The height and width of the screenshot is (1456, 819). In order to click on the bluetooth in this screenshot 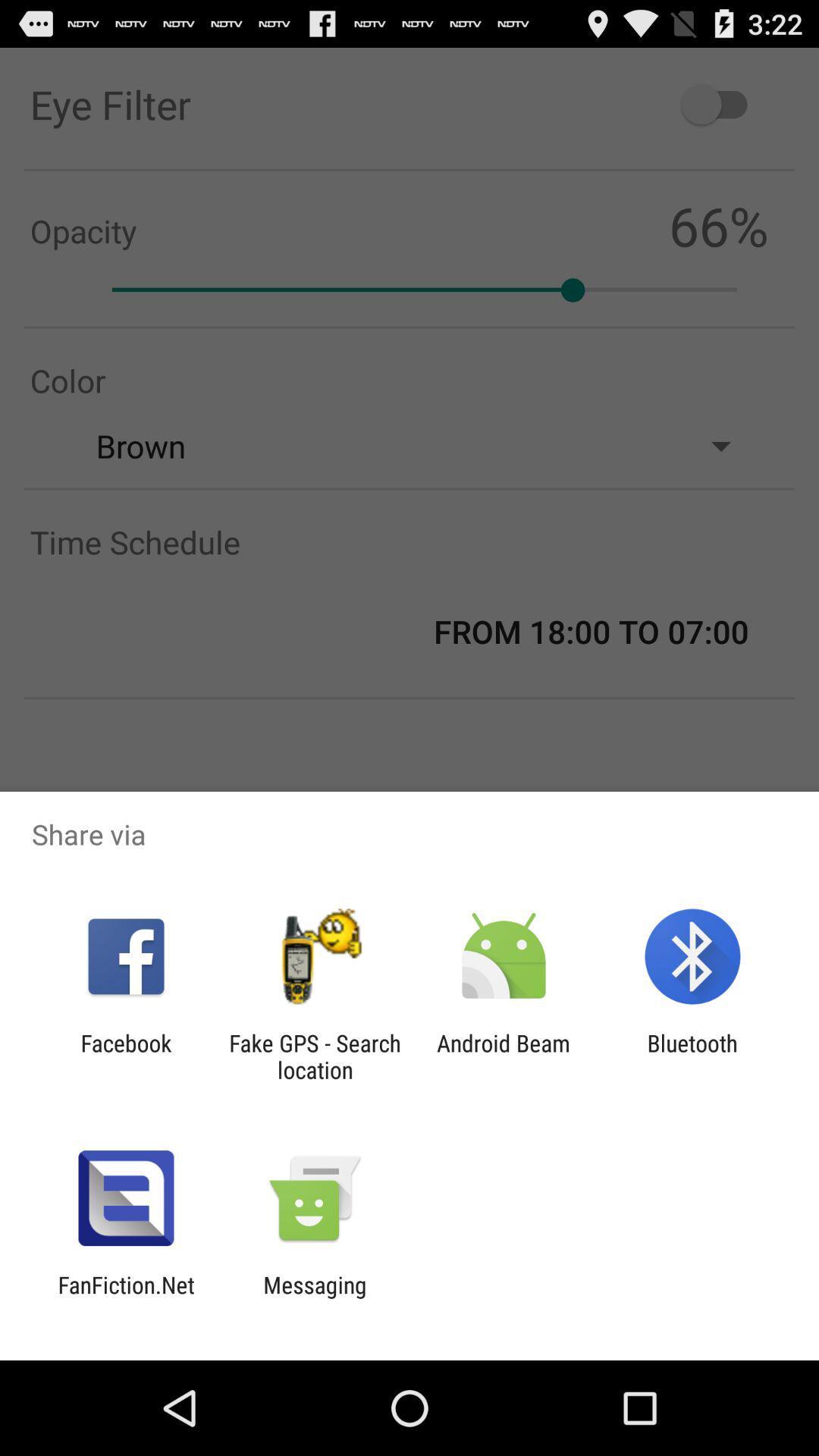, I will do `click(692, 1056)`.